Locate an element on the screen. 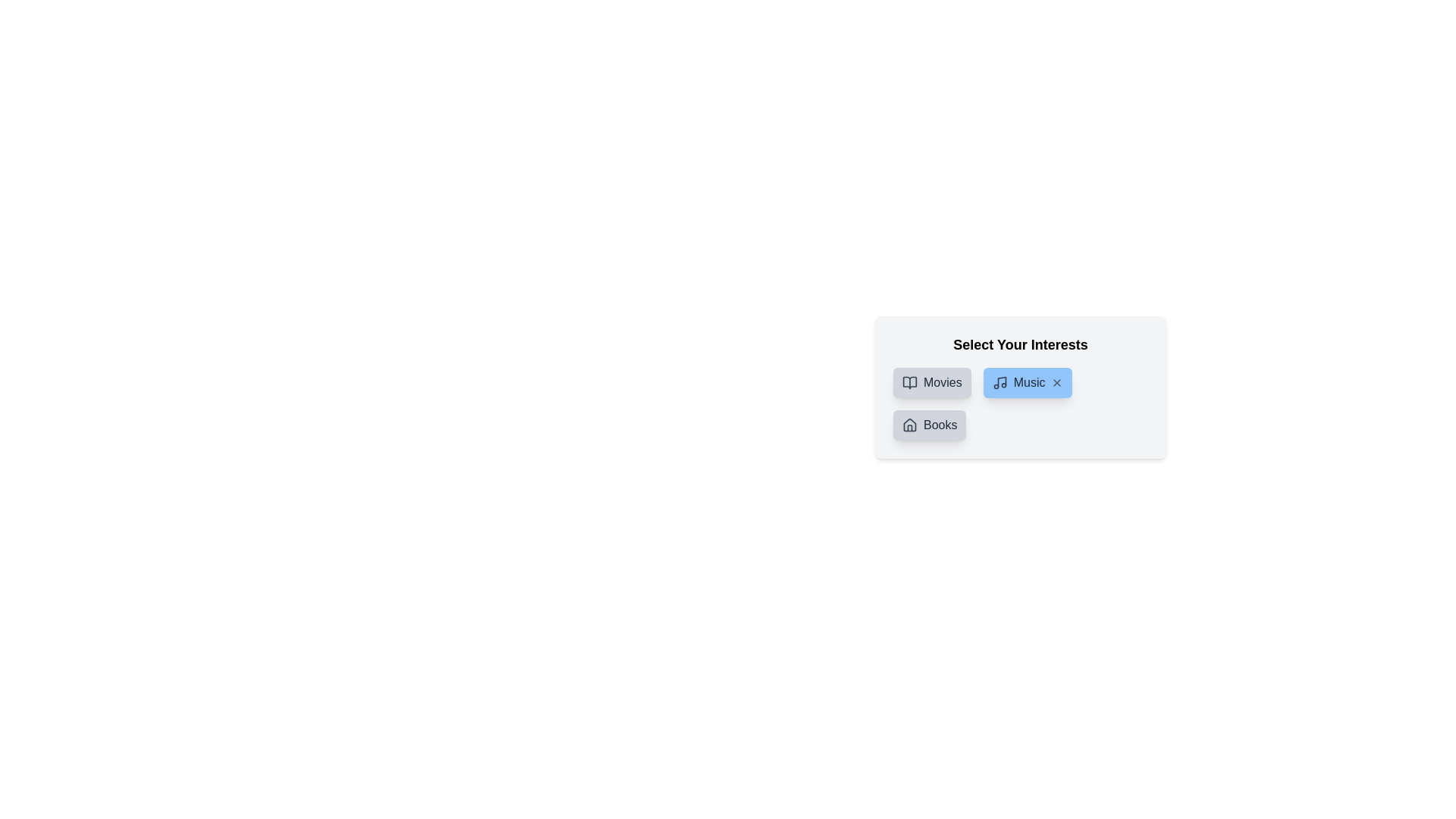  the 'Movies' button to toggle its selection state is located at coordinates (930, 382).